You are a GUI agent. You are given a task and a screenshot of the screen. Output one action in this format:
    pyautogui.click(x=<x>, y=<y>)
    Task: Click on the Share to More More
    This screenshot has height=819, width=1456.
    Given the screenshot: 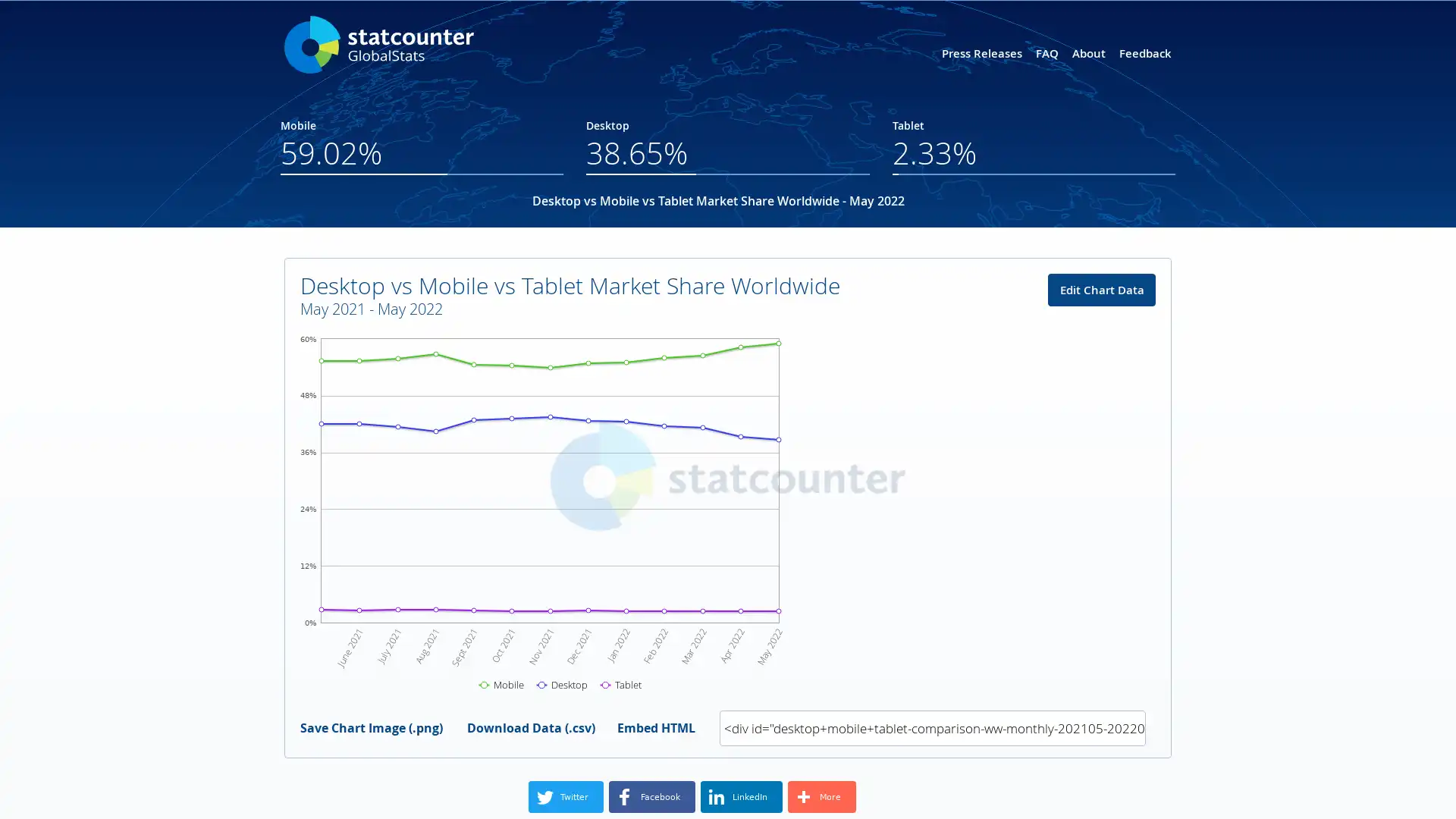 What is the action you would take?
    pyautogui.click(x=814, y=795)
    